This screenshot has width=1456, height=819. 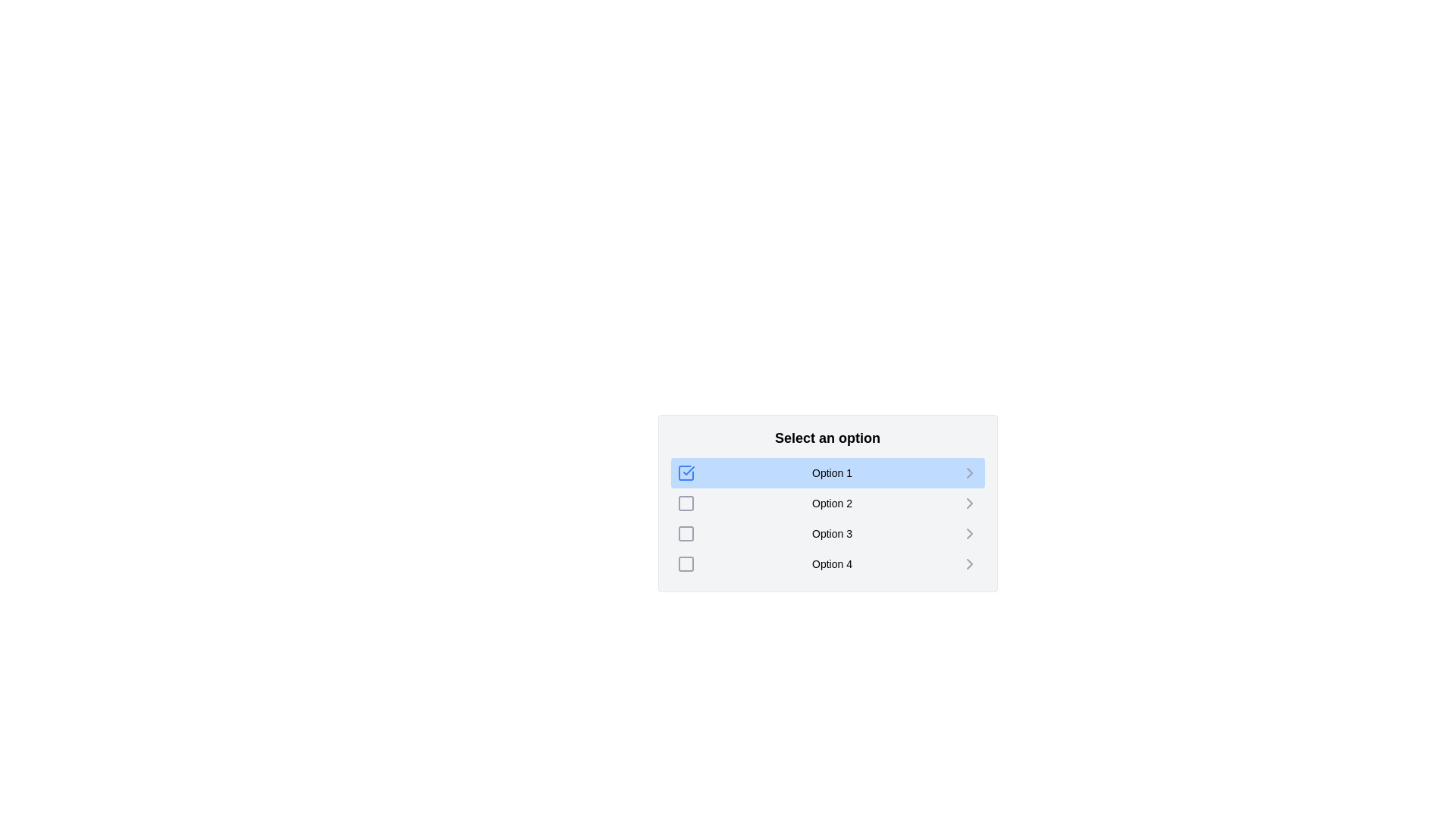 What do you see at coordinates (831, 533) in the screenshot?
I see `the text label located in the third row of the options list under 'Select an option', which is positioned to the right of a checkbox and to the left of a right-pointing arrow icon` at bounding box center [831, 533].